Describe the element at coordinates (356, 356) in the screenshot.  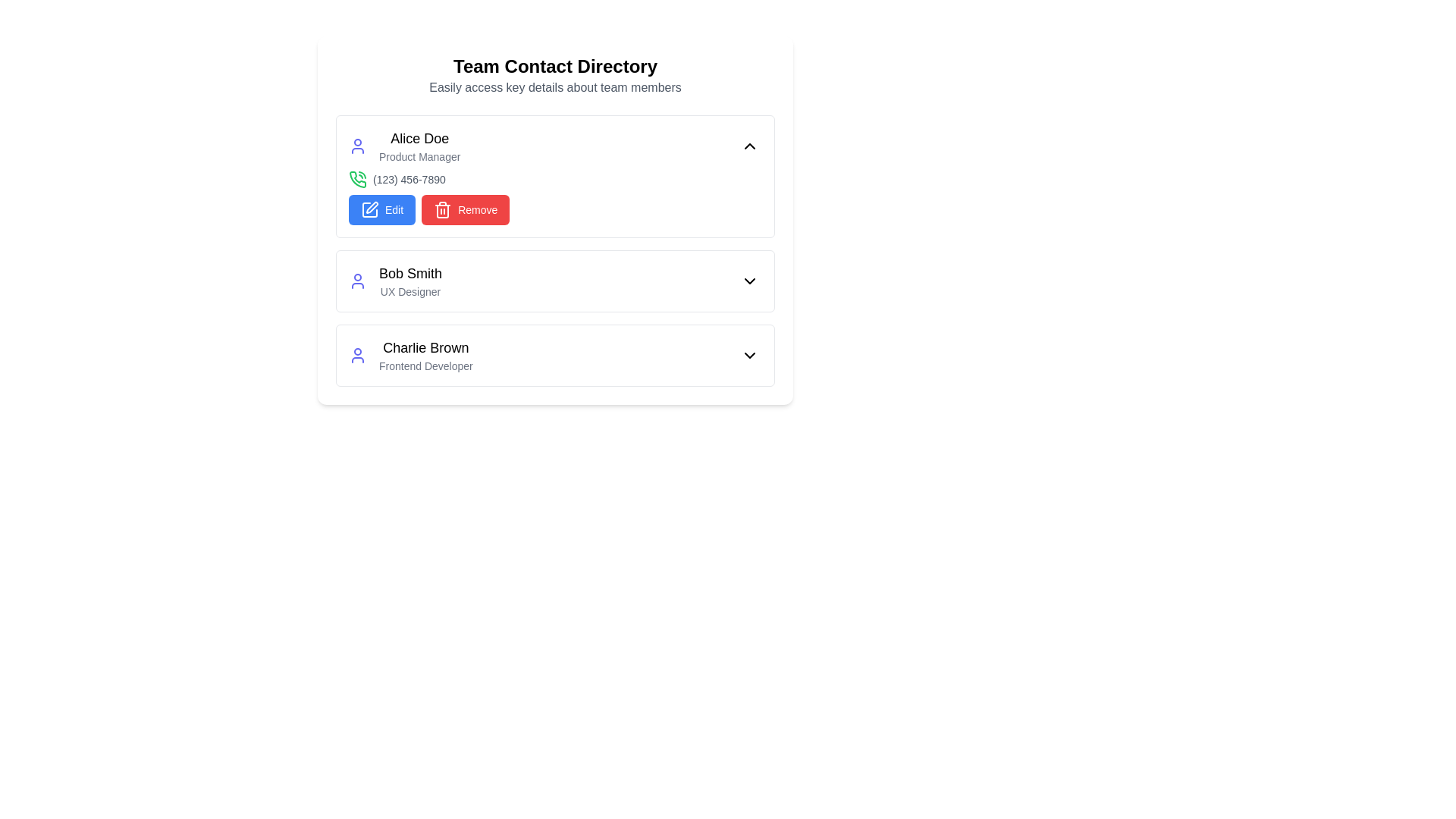
I see `the user profile icon located to the left of the text 'Charlie Brown' and above the designation 'Frontend Developer'` at that location.